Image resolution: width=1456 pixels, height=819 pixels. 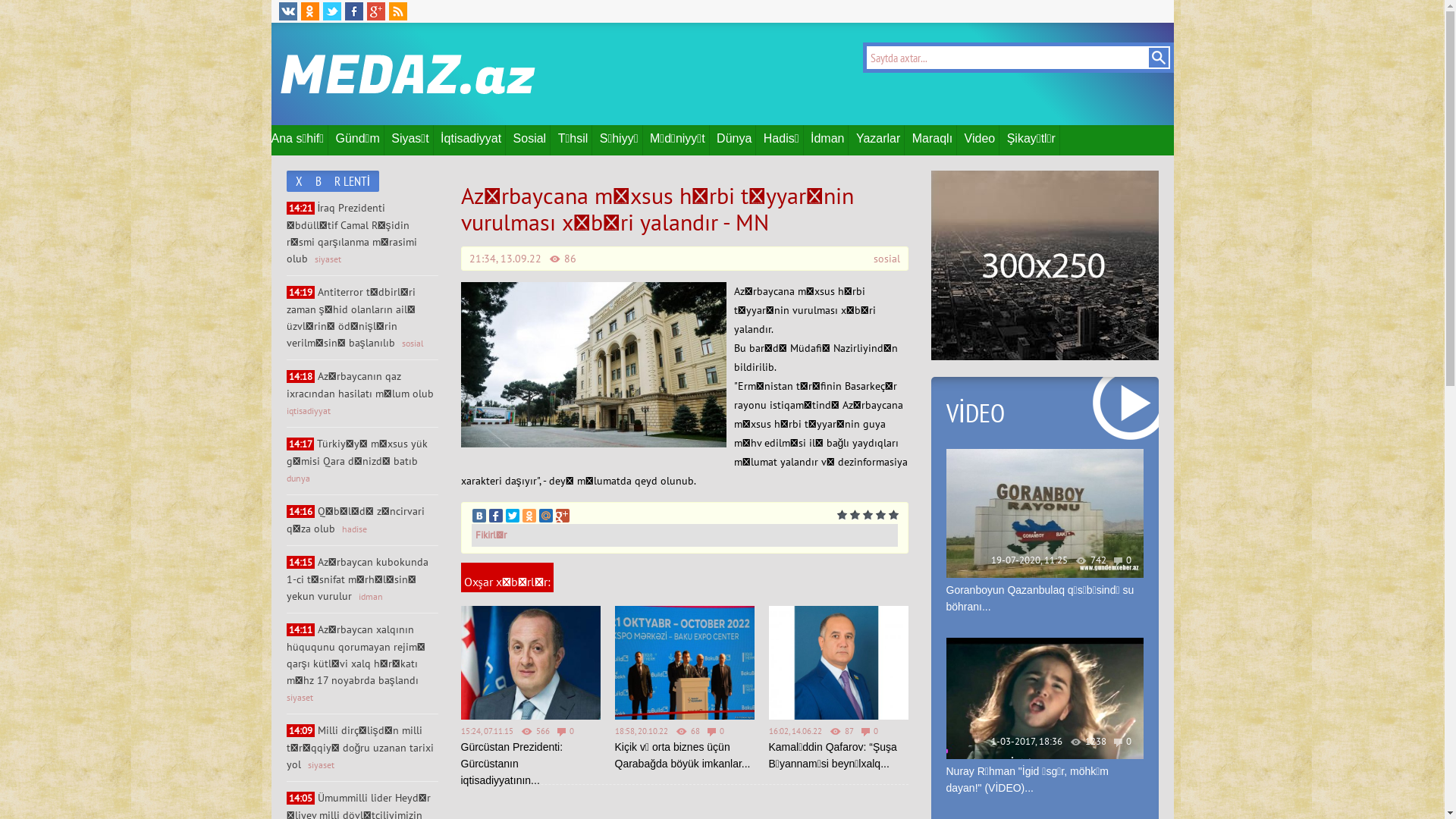 I want to click on 'Video', so click(x=982, y=140).